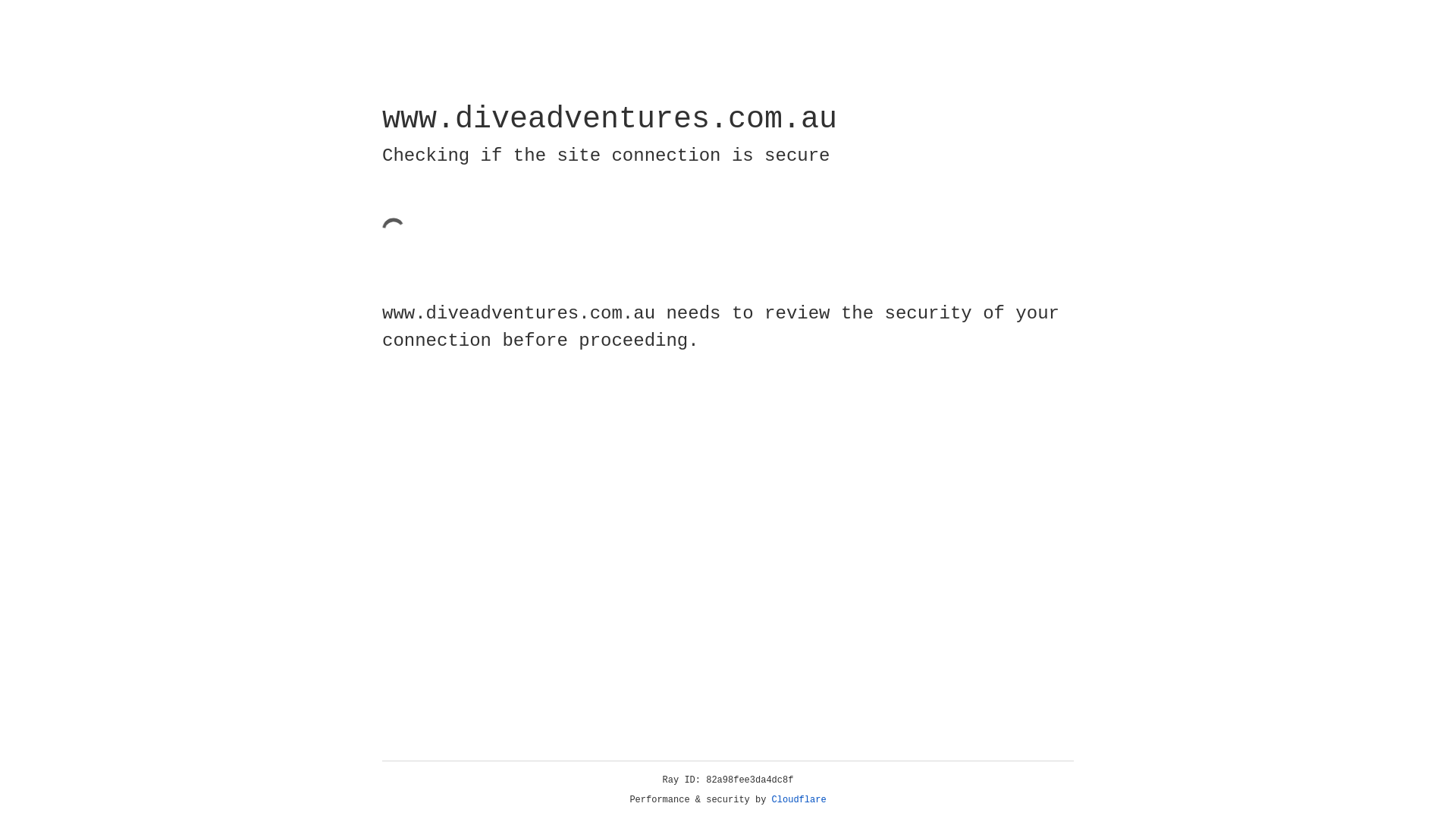  What do you see at coordinates (799, 799) in the screenshot?
I see `'Cloudflare'` at bounding box center [799, 799].